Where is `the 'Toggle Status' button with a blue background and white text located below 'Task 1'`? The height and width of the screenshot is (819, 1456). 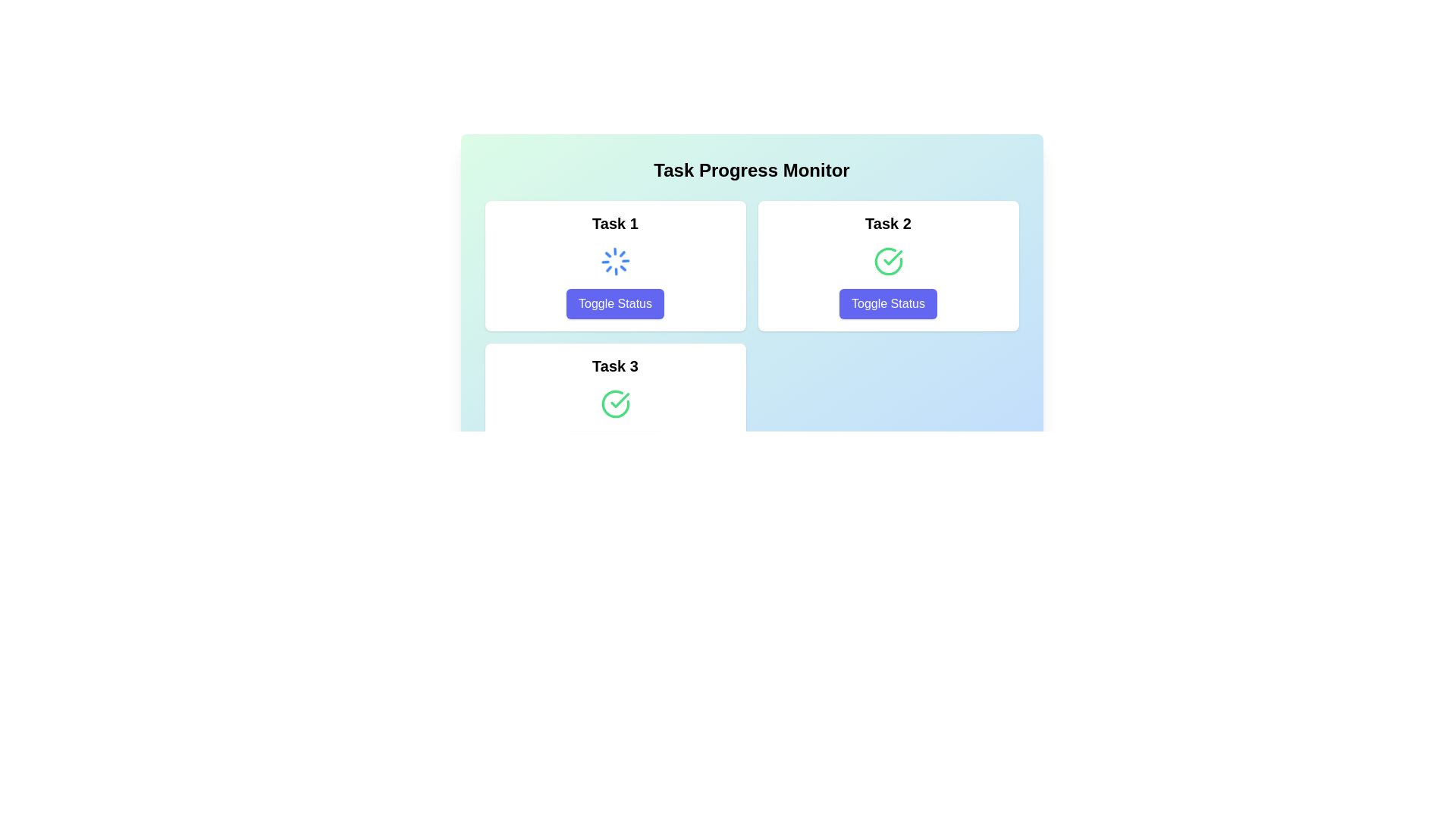 the 'Toggle Status' button with a blue background and white text located below 'Task 1' is located at coordinates (615, 304).